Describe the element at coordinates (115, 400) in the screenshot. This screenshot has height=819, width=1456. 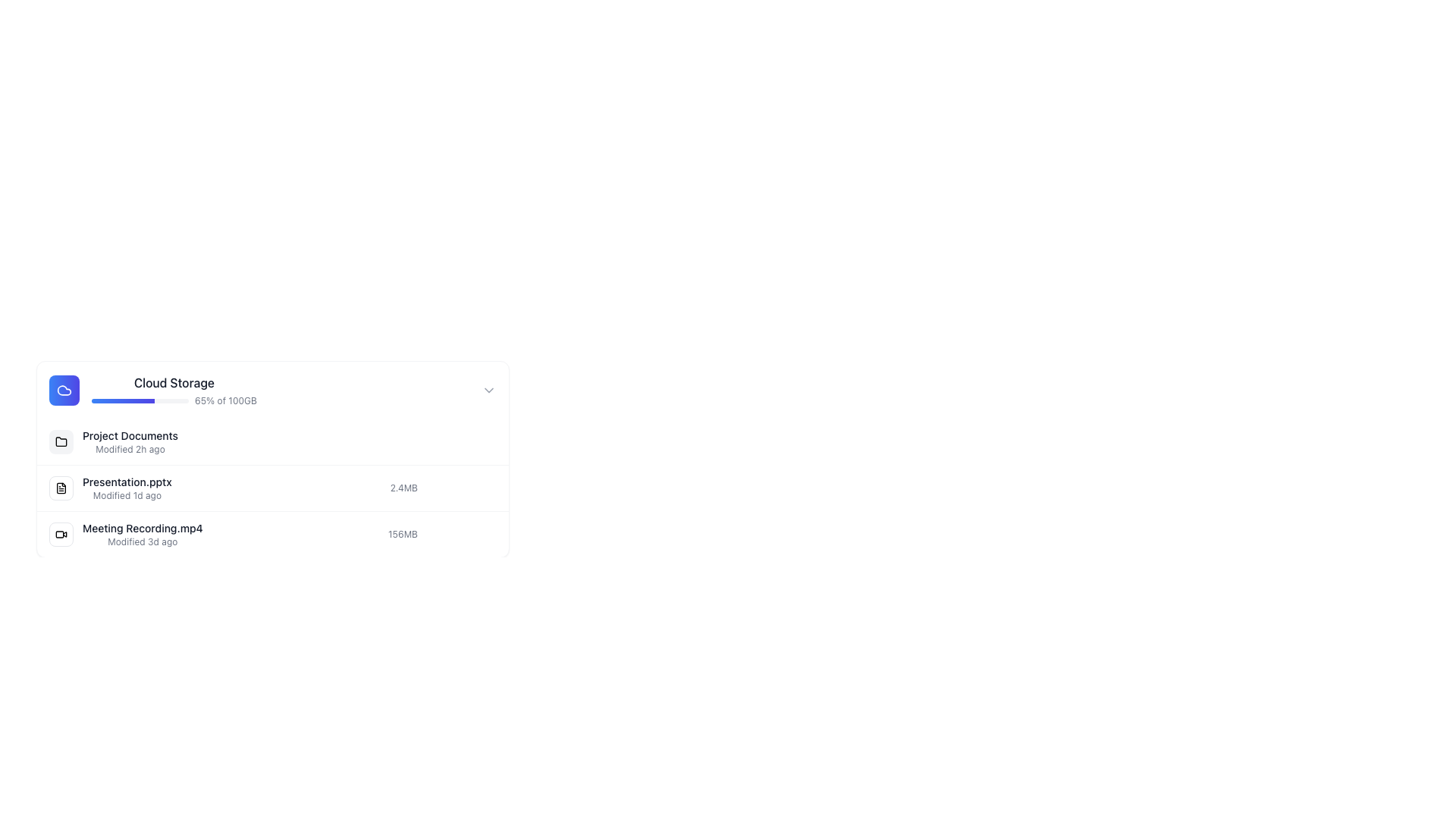
I see `the storage progress bar` at that location.